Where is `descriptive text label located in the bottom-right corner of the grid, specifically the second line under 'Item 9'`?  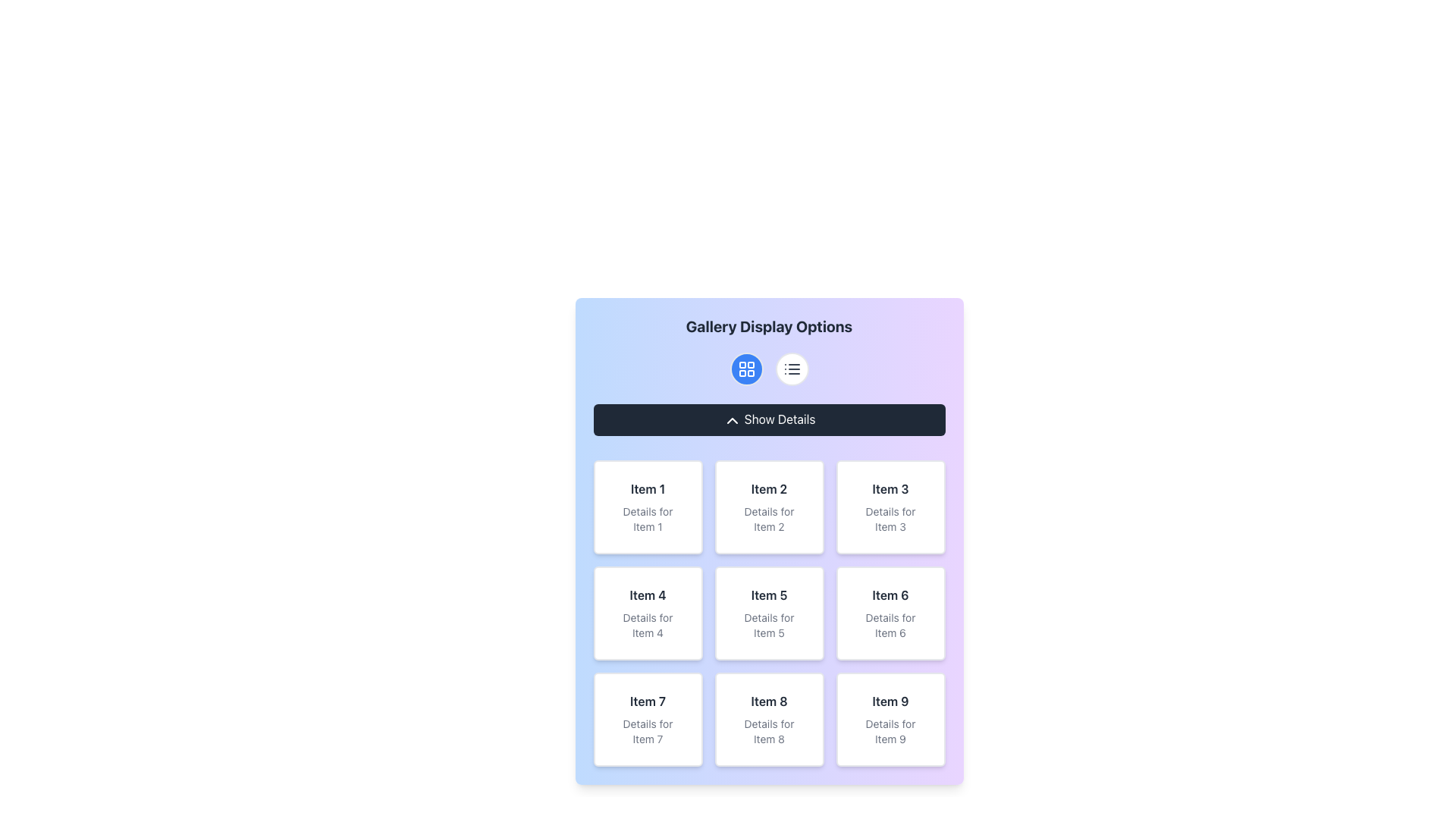
descriptive text label located in the bottom-right corner of the grid, specifically the second line under 'Item 9' is located at coordinates (890, 730).